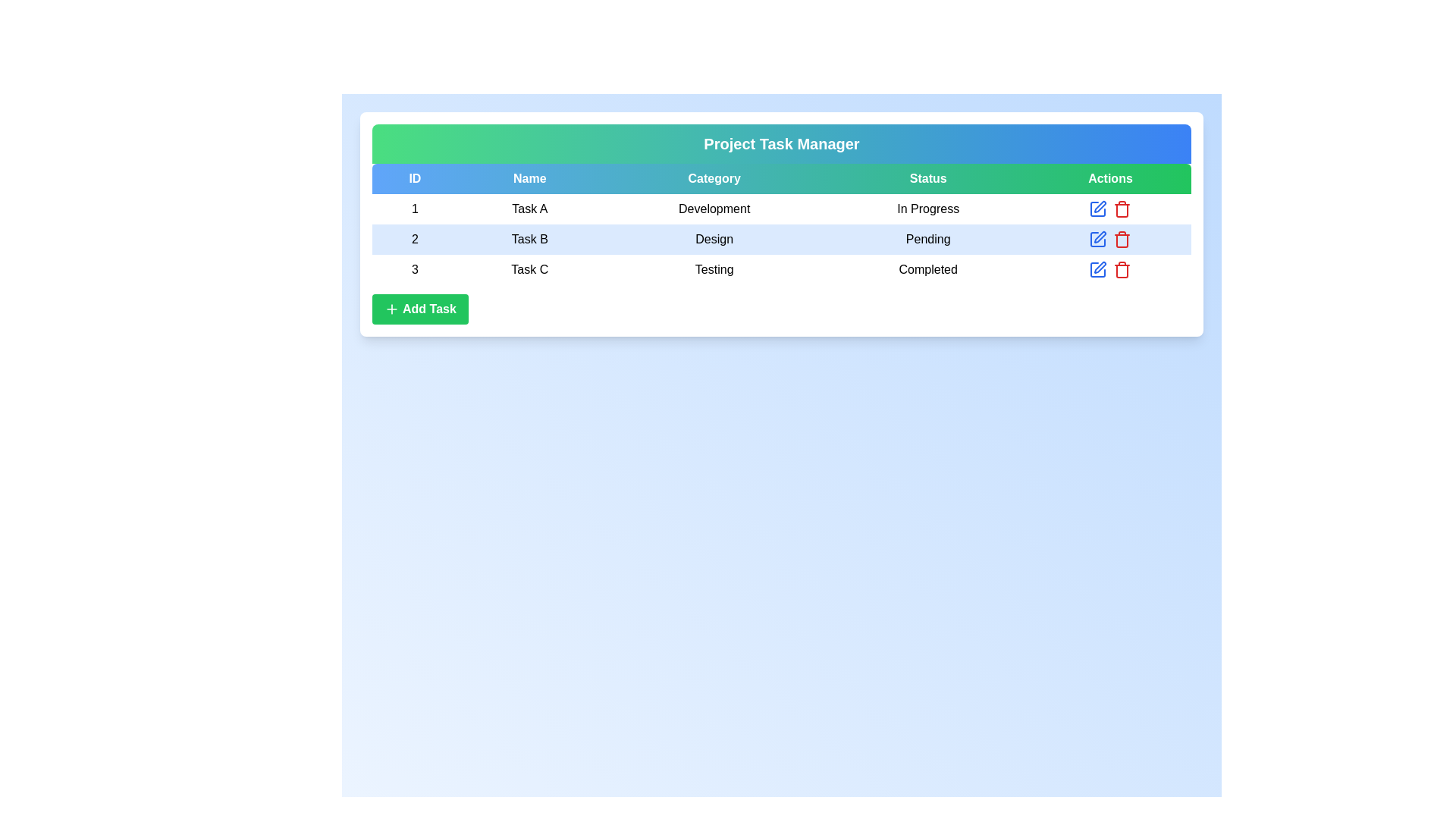  I want to click on the 'Edit' icon for the task with ID 3, so click(1098, 268).